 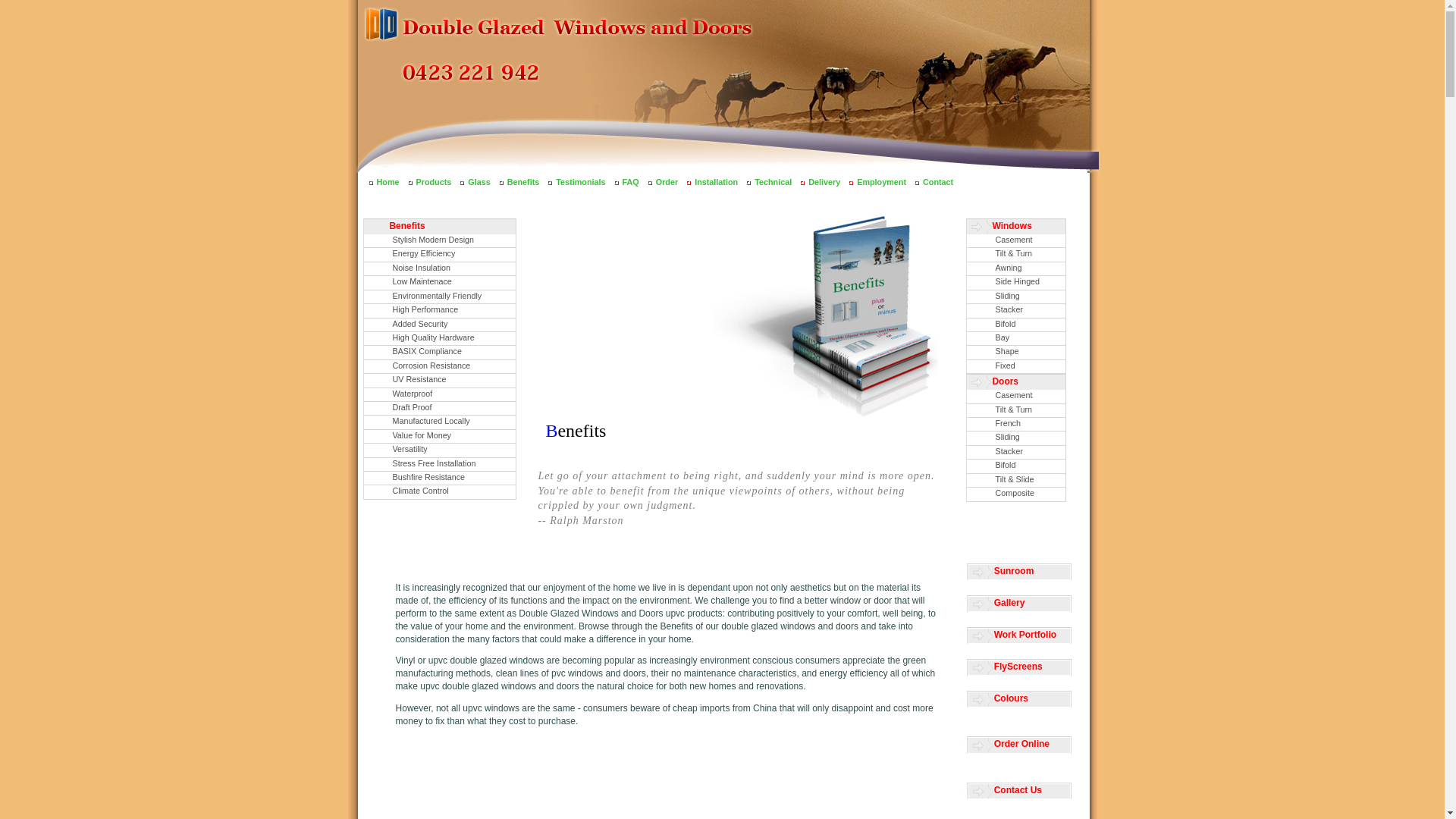 I want to click on 'Benefits', so click(x=439, y=227).